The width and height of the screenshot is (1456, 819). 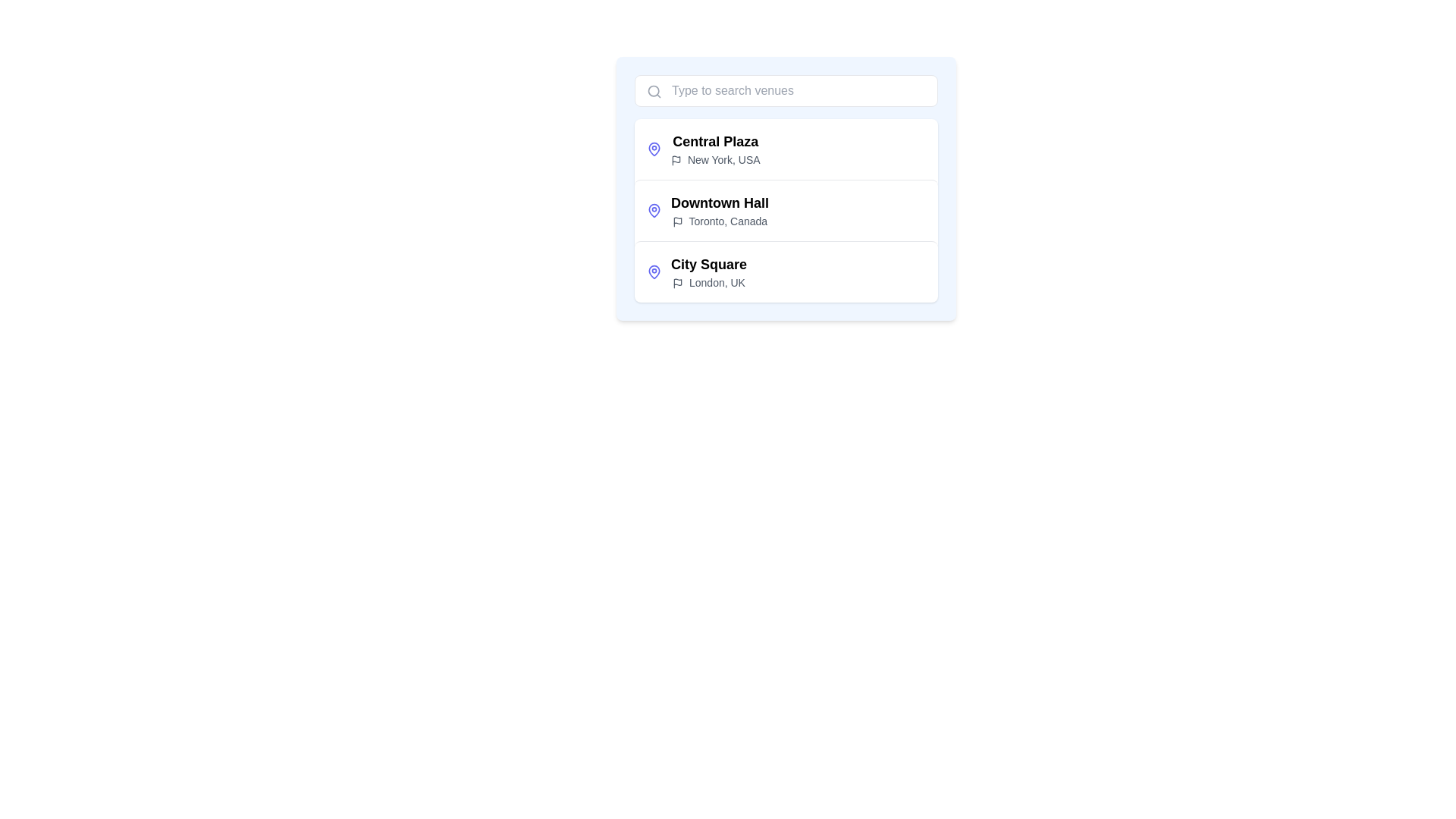 What do you see at coordinates (786, 210) in the screenshot?
I see `the second venue entry labeled 'Downtown Hall'` at bounding box center [786, 210].